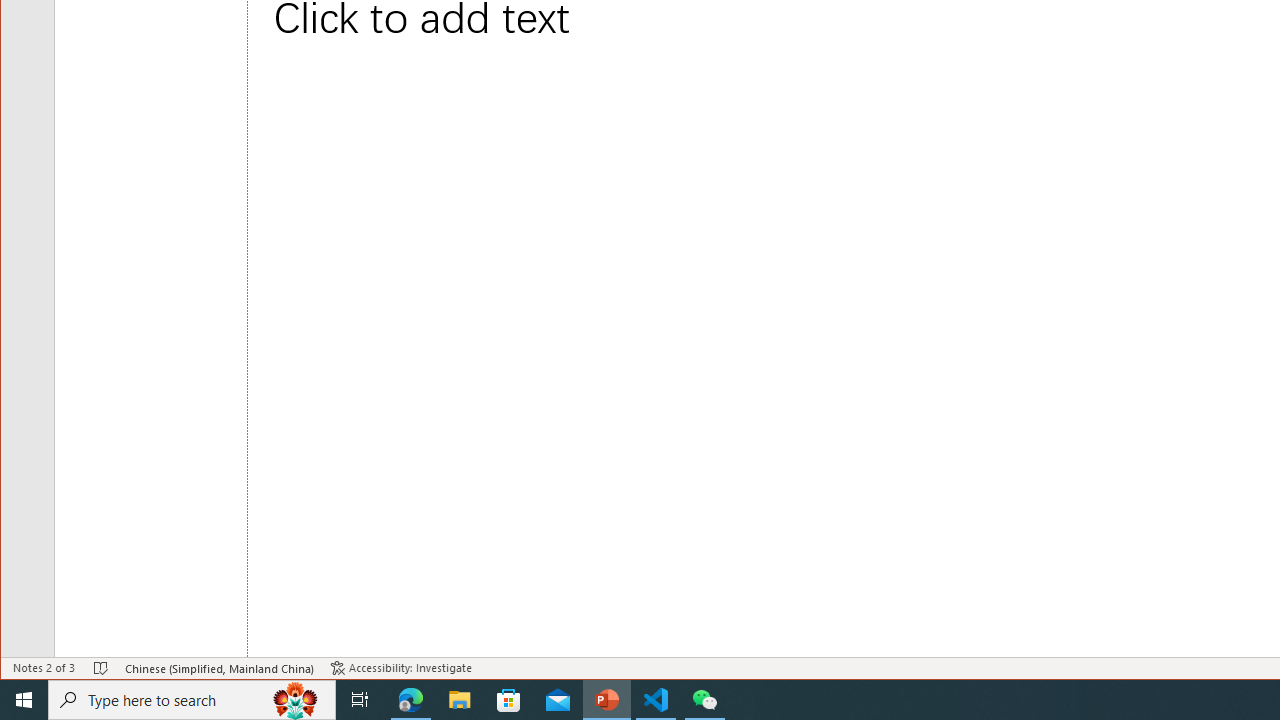 This screenshot has width=1280, height=720. What do you see at coordinates (705, 698) in the screenshot?
I see `'WeChat - 1 running window'` at bounding box center [705, 698].